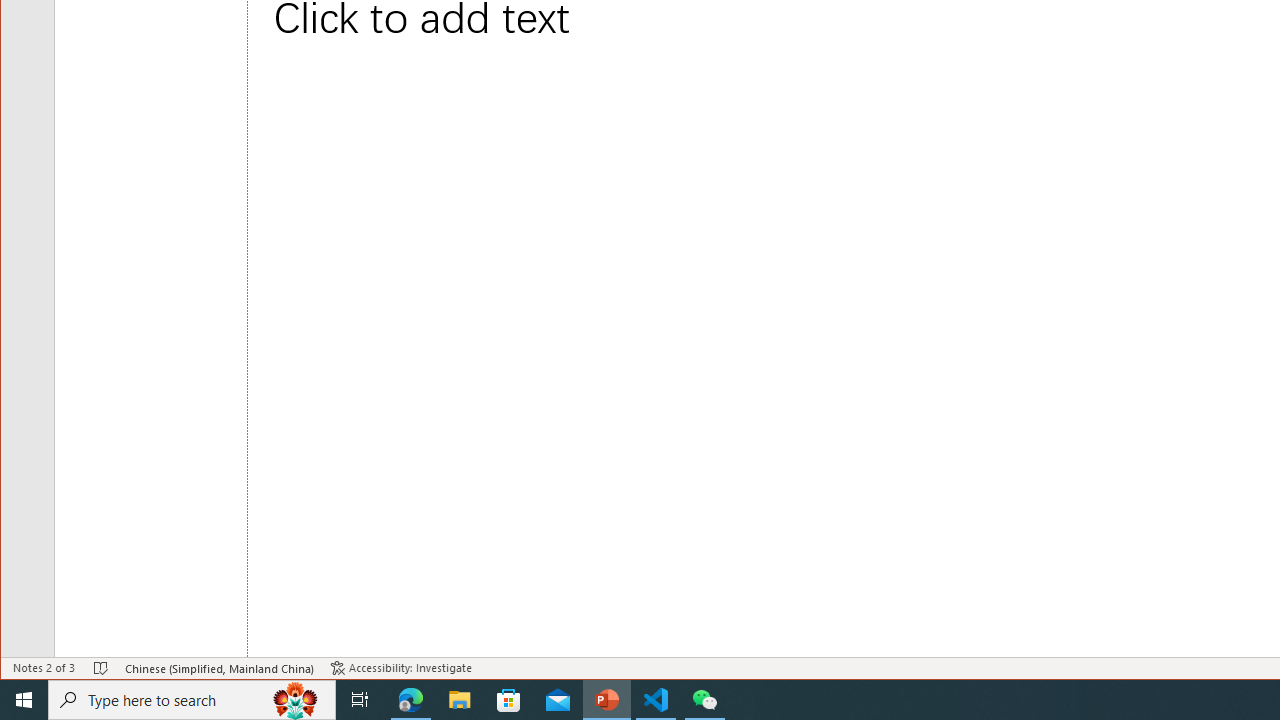 This screenshot has width=1280, height=720. What do you see at coordinates (705, 698) in the screenshot?
I see `'WeChat - 1 running window'` at bounding box center [705, 698].